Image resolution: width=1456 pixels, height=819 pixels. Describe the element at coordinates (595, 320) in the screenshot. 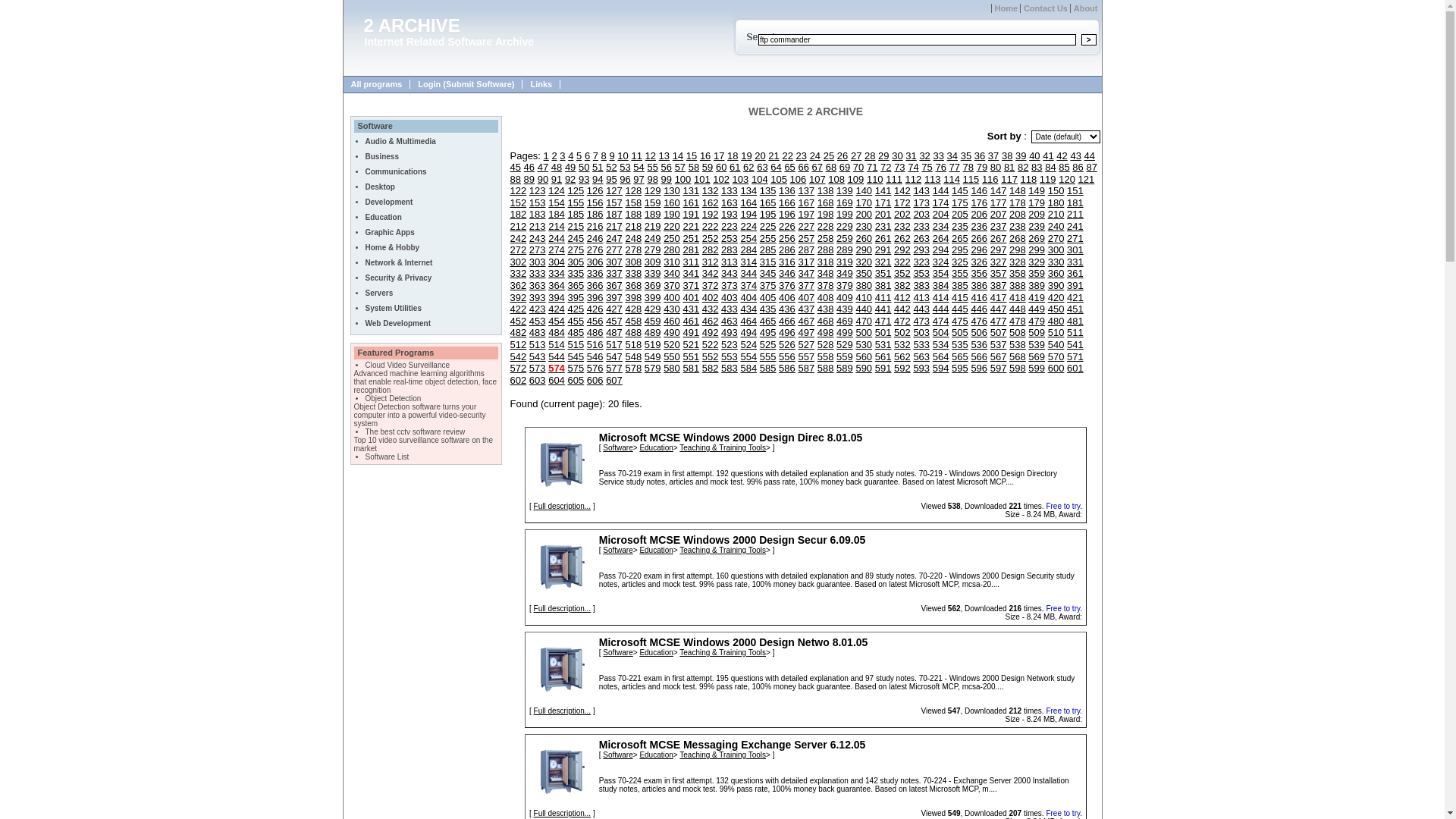

I see `'456'` at that location.